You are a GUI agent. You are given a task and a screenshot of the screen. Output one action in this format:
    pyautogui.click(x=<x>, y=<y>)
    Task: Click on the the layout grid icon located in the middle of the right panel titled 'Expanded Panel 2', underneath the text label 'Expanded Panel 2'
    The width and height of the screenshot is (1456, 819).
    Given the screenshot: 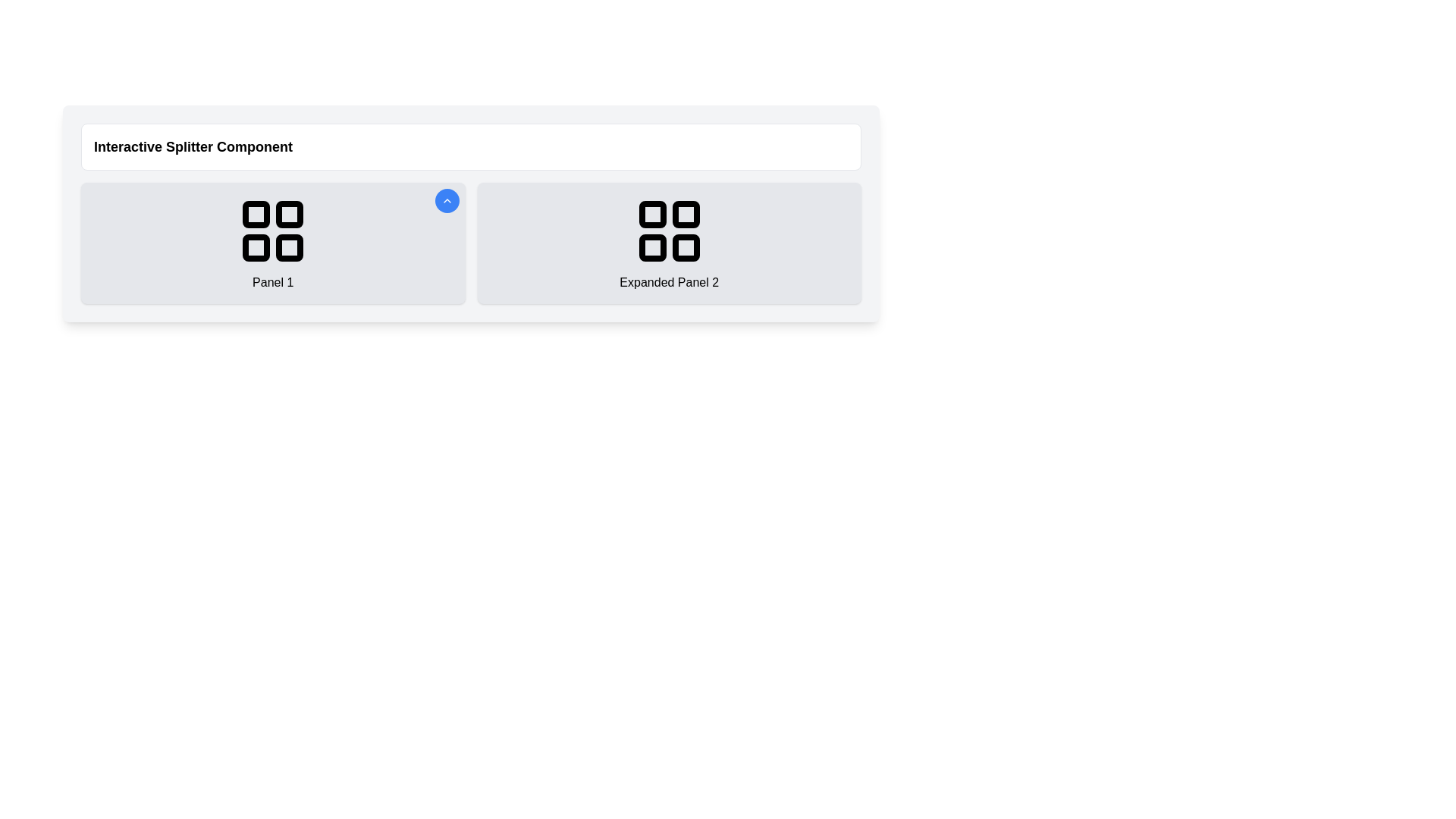 What is the action you would take?
    pyautogui.click(x=668, y=231)
    